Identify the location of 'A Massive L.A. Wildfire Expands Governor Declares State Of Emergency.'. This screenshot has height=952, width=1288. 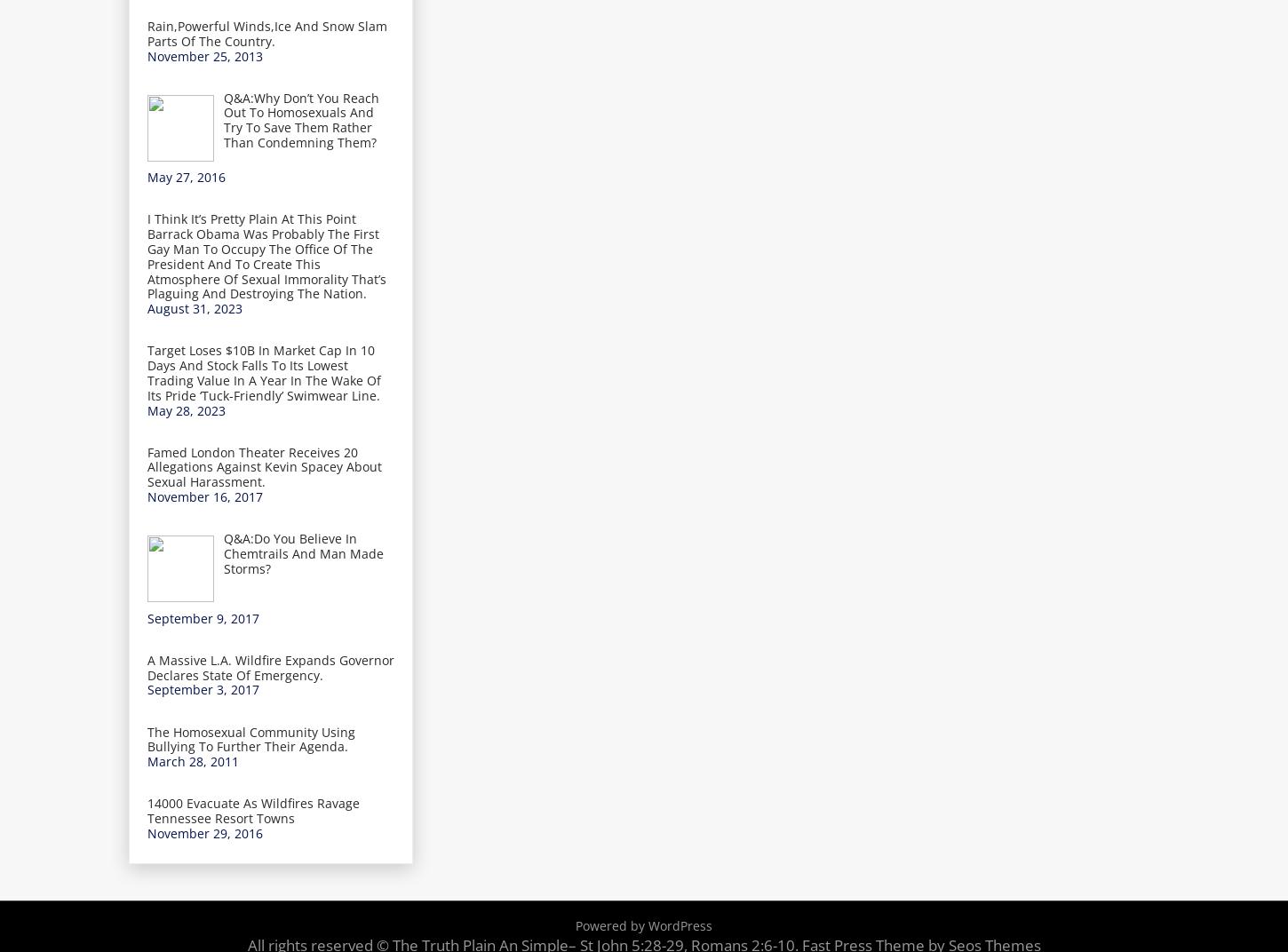
(270, 667).